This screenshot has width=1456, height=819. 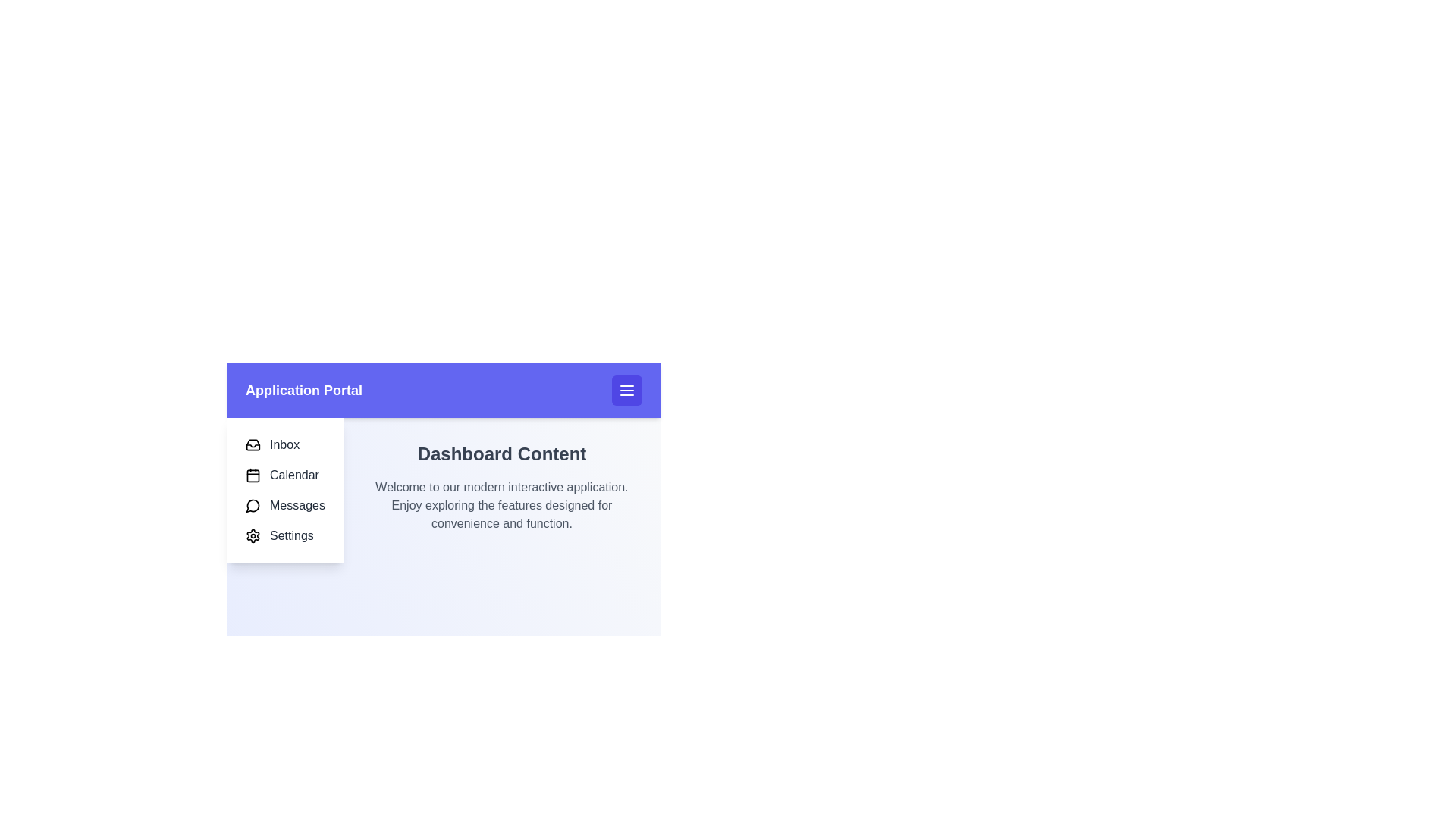 I want to click on the triangular SVG icon in the left sidebar navigation pane under the 'Inbox' section, which is styled with clean lines and modern design, so click(x=253, y=444).